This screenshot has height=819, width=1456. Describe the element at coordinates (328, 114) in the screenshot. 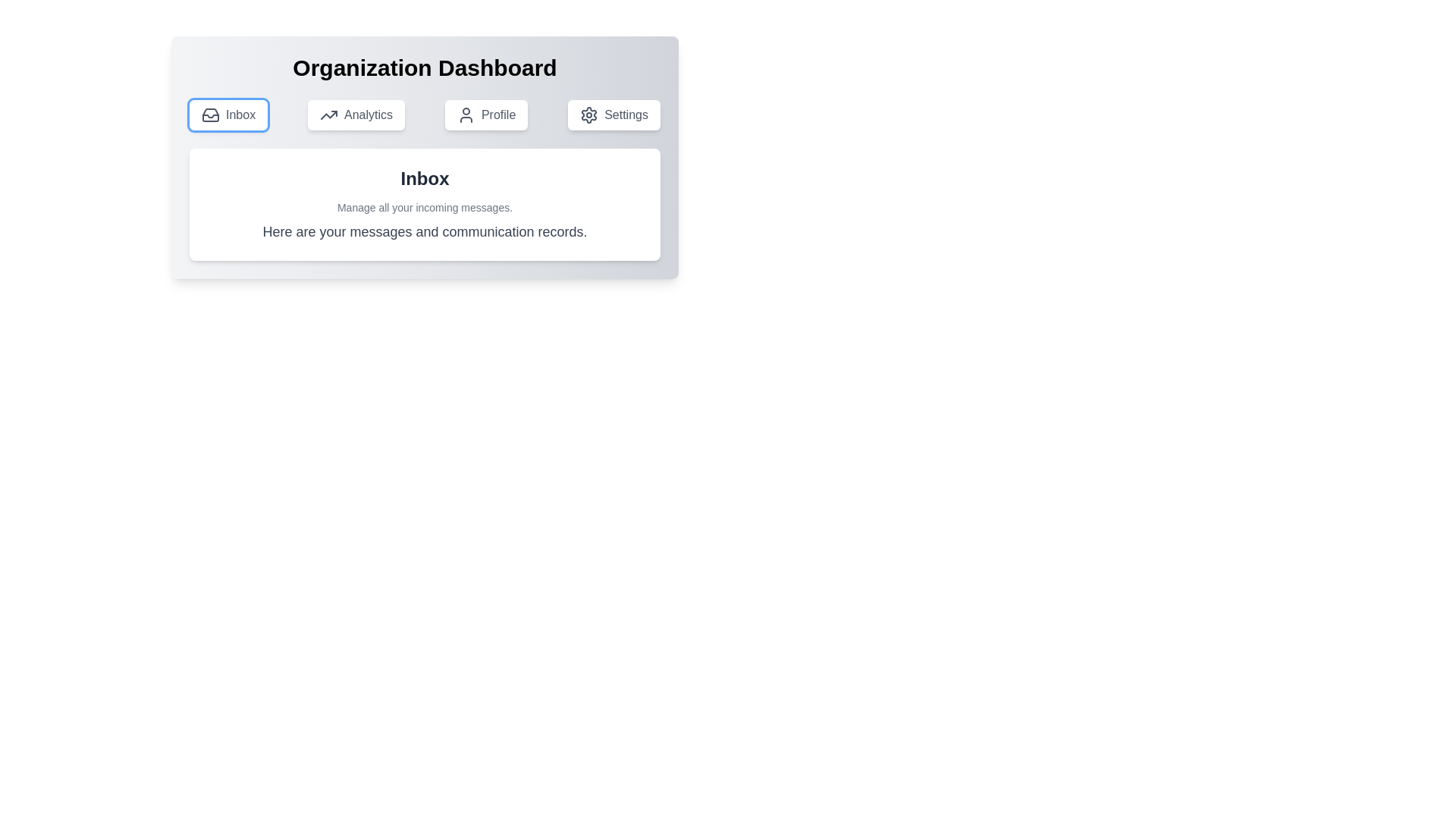

I see `the 'Analytics' icon located near the center of the 'Analytics' button, which is positioned second from the left among four buttons below the 'Organization Dashboard' header` at that location.